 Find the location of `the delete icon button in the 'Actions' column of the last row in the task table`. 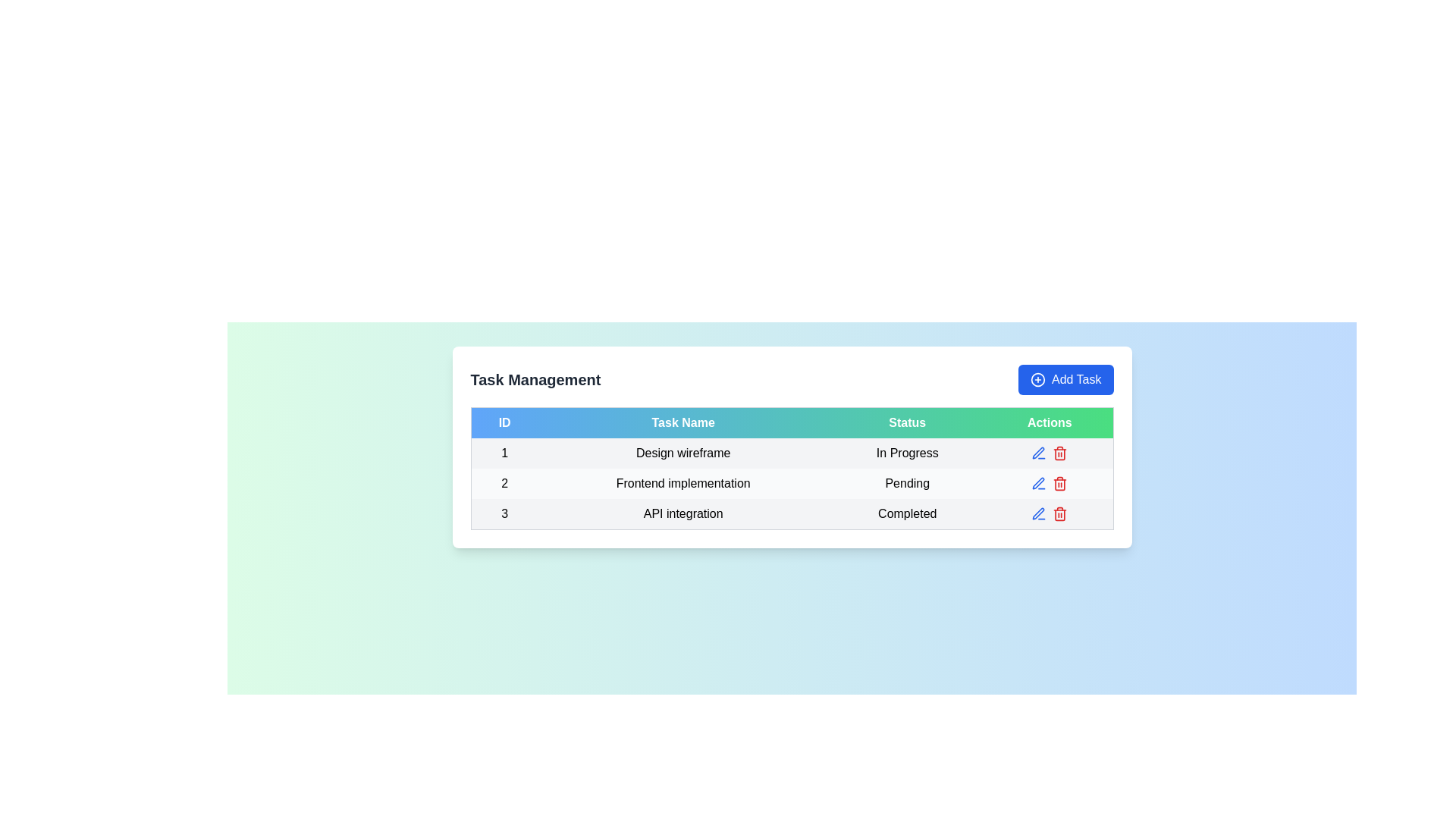

the delete icon button in the 'Actions' column of the last row in the task table is located at coordinates (1059, 513).